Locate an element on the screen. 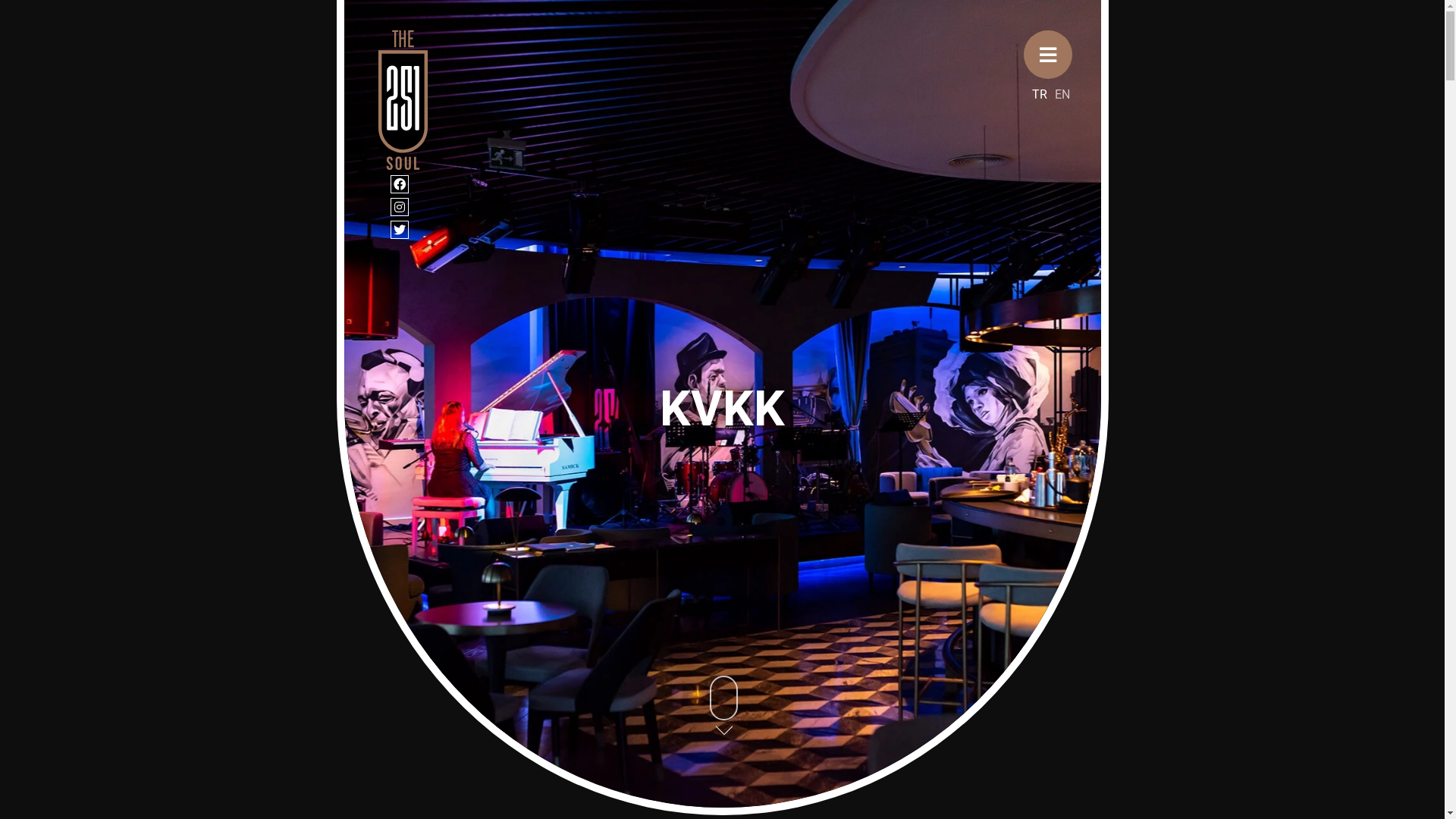  'TR' is located at coordinates (1037, 94).